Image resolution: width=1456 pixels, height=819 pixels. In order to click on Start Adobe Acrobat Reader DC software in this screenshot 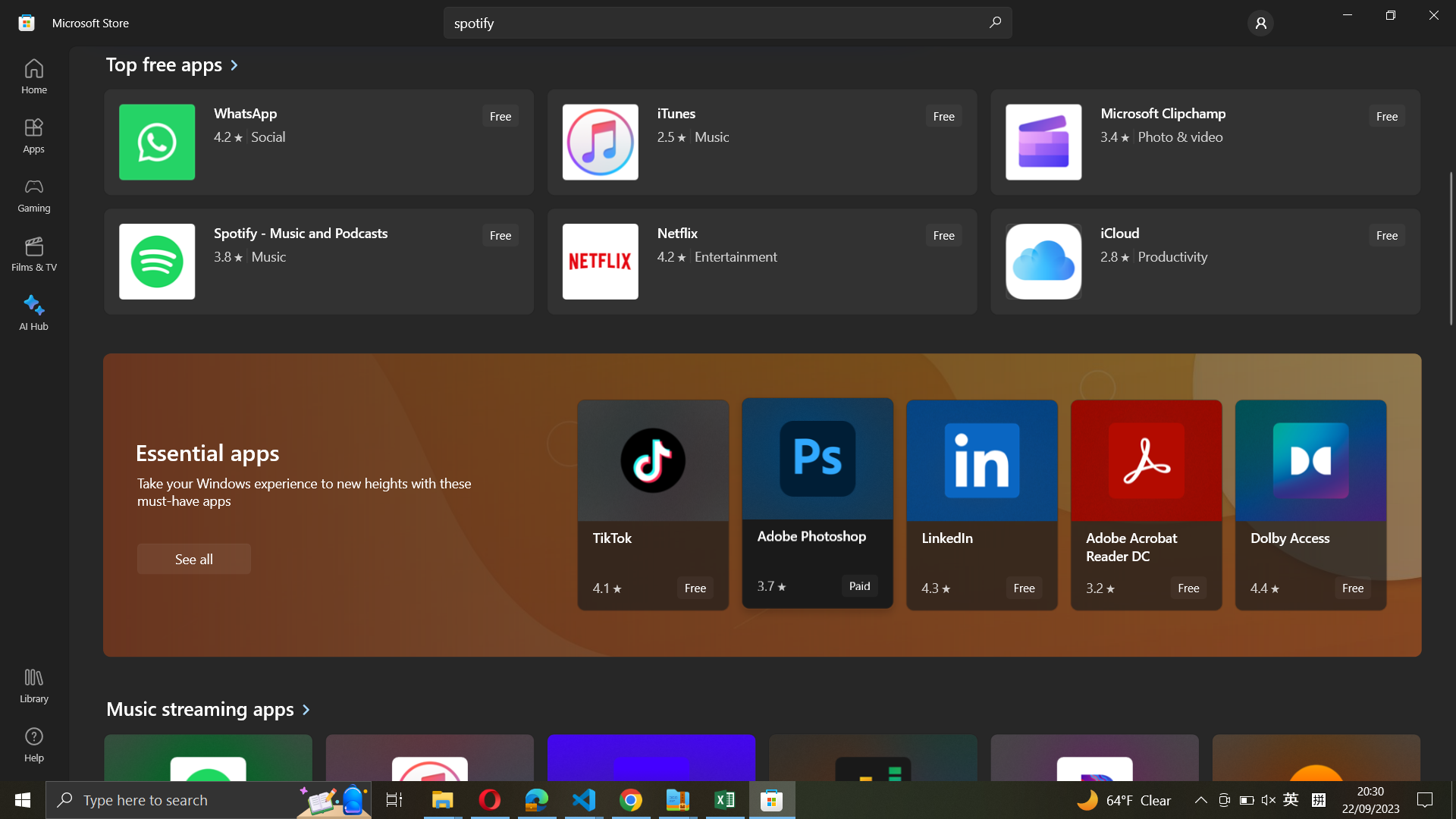, I will do `click(1147, 505)`.